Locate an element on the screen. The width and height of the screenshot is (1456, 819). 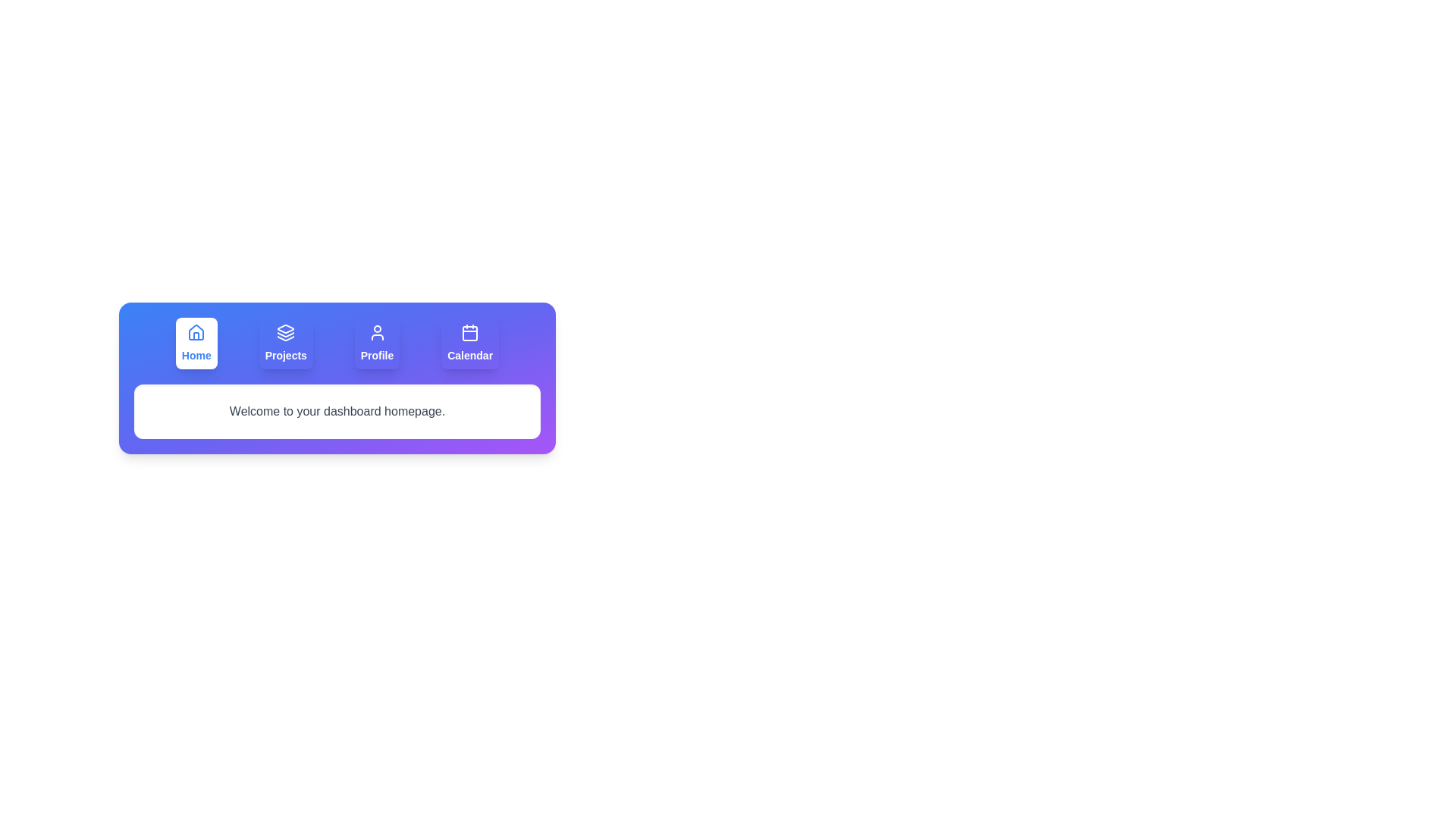
the Home tab by clicking on its corresponding button is located at coordinates (196, 343).